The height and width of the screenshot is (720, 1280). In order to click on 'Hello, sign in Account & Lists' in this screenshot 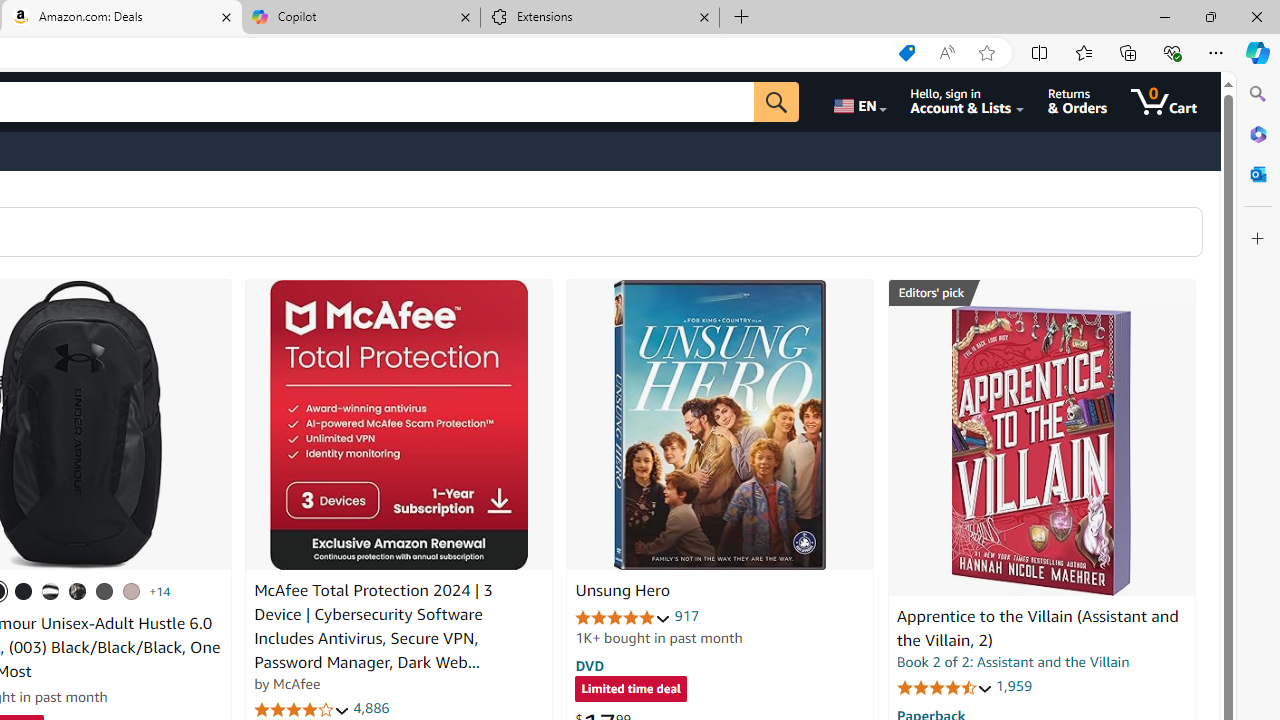, I will do `click(967, 101)`.